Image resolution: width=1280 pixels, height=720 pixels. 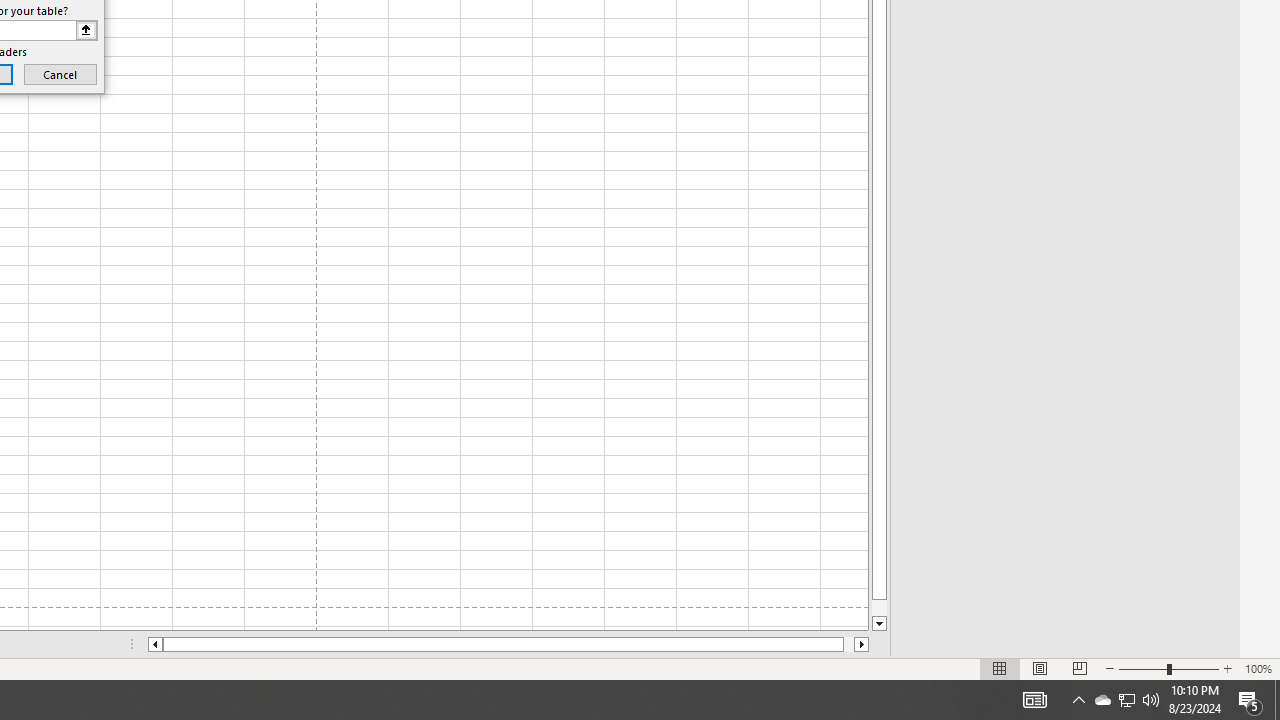 What do you see at coordinates (1143, 669) in the screenshot?
I see `'Zoom Out'` at bounding box center [1143, 669].